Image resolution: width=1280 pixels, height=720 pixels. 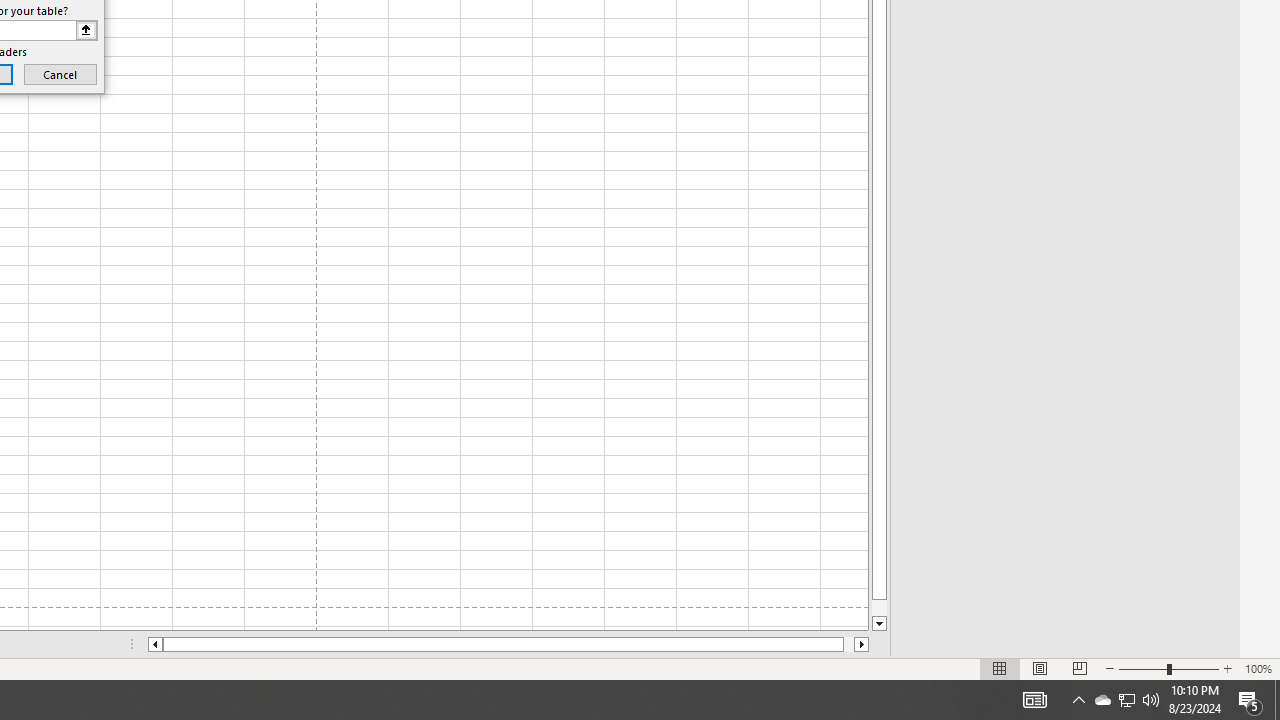 What do you see at coordinates (1143, 669) in the screenshot?
I see `'Zoom Out'` at bounding box center [1143, 669].